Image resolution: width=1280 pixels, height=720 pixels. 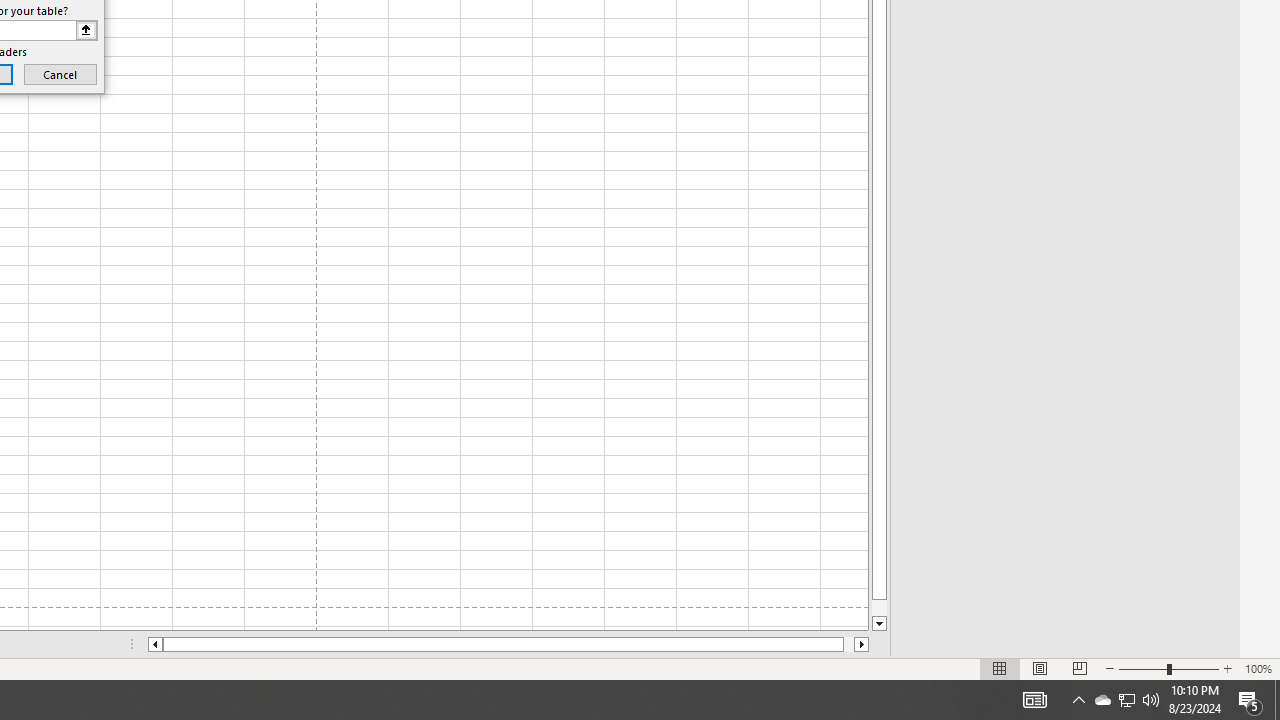 What do you see at coordinates (1143, 669) in the screenshot?
I see `'Zoom Out'` at bounding box center [1143, 669].